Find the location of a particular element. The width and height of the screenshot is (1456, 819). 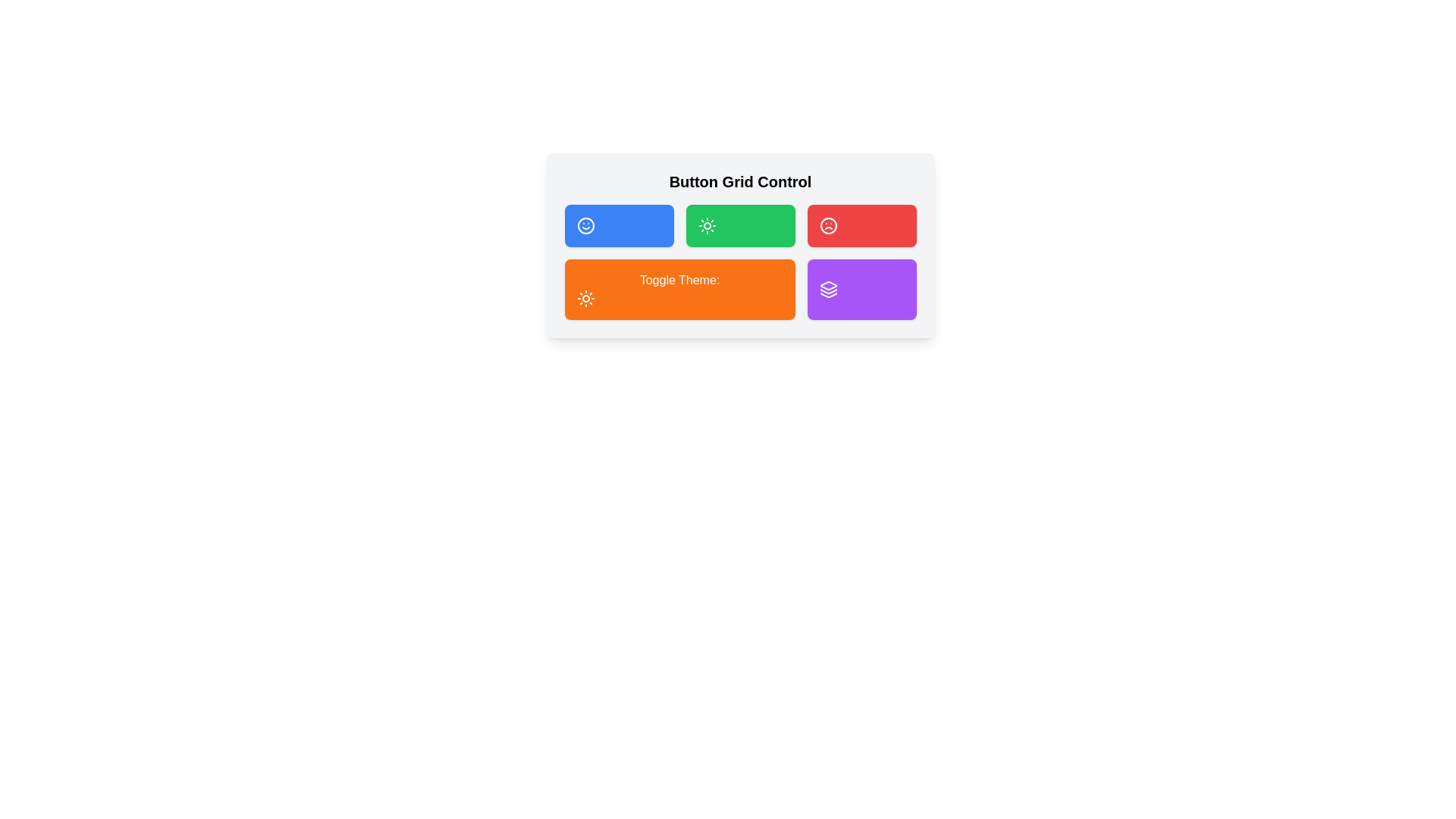

the theme toggle button is located at coordinates (679, 289).